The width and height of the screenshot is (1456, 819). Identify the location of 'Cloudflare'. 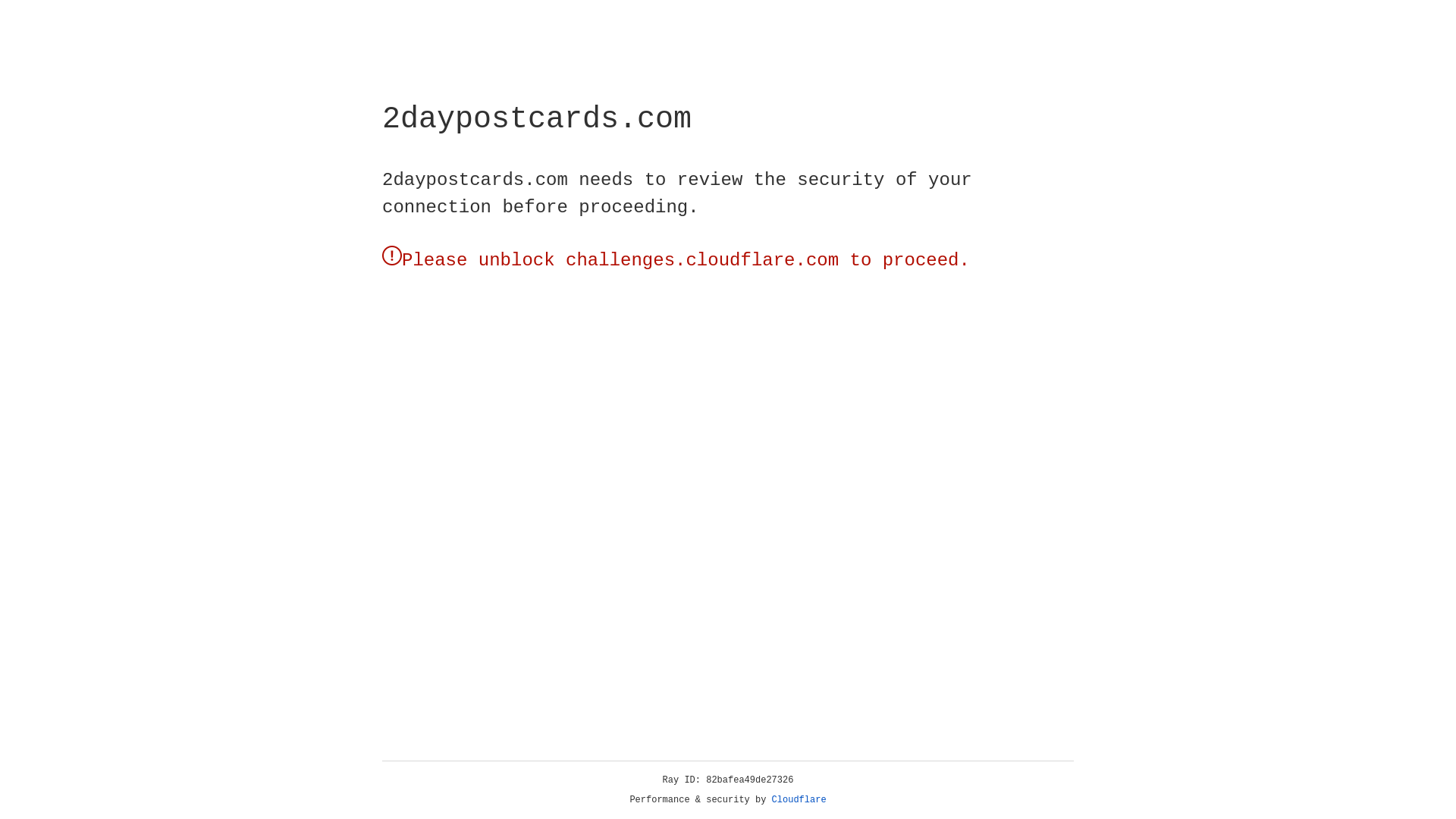
(799, 799).